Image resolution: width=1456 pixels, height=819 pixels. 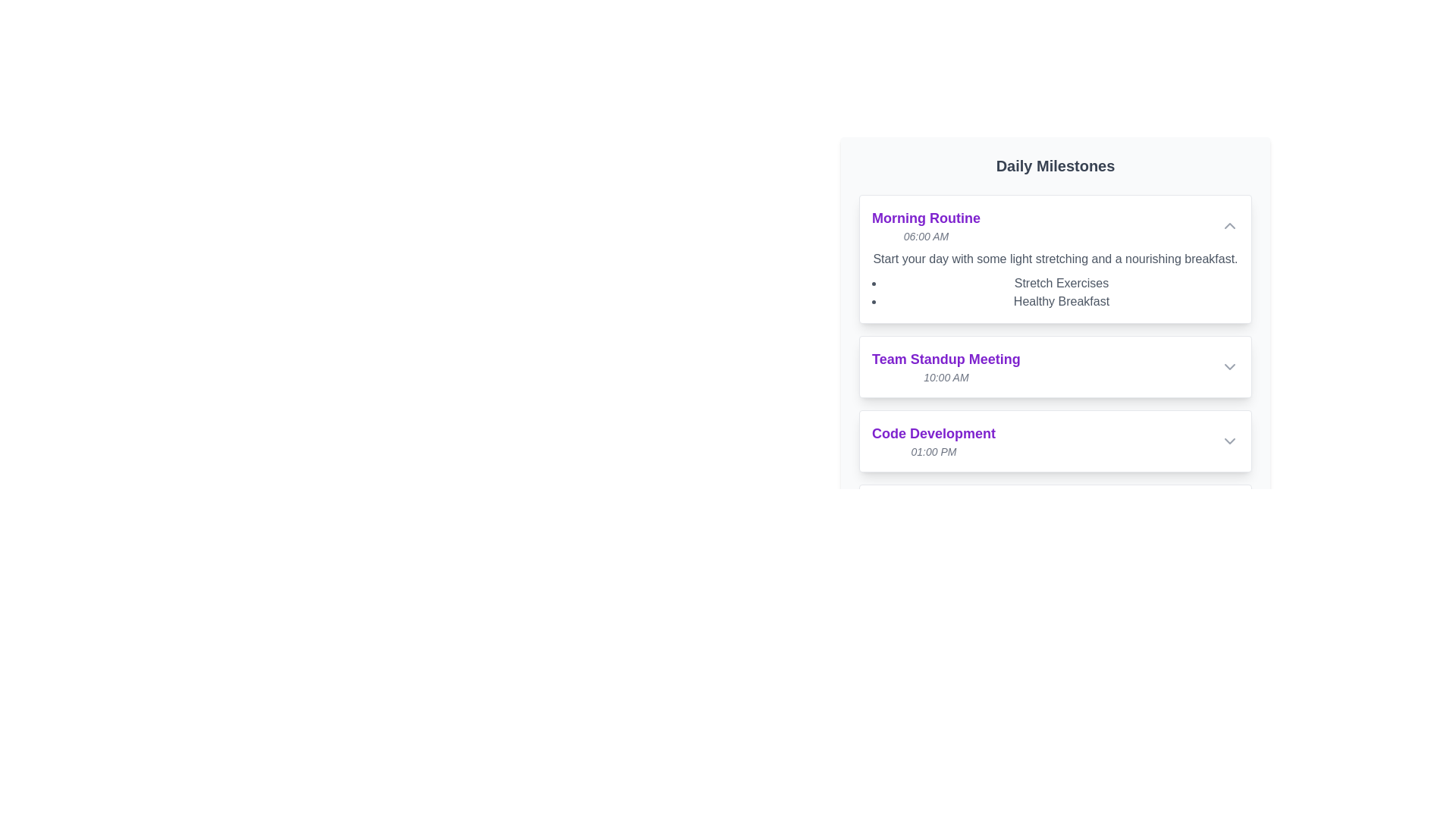 What do you see at coordinates (1055, 366) in the screenshot?
I see `the downward-pointing arrow button on the 'Team Standup Meeting' expandable list item` at bounding box center [1055, 366].